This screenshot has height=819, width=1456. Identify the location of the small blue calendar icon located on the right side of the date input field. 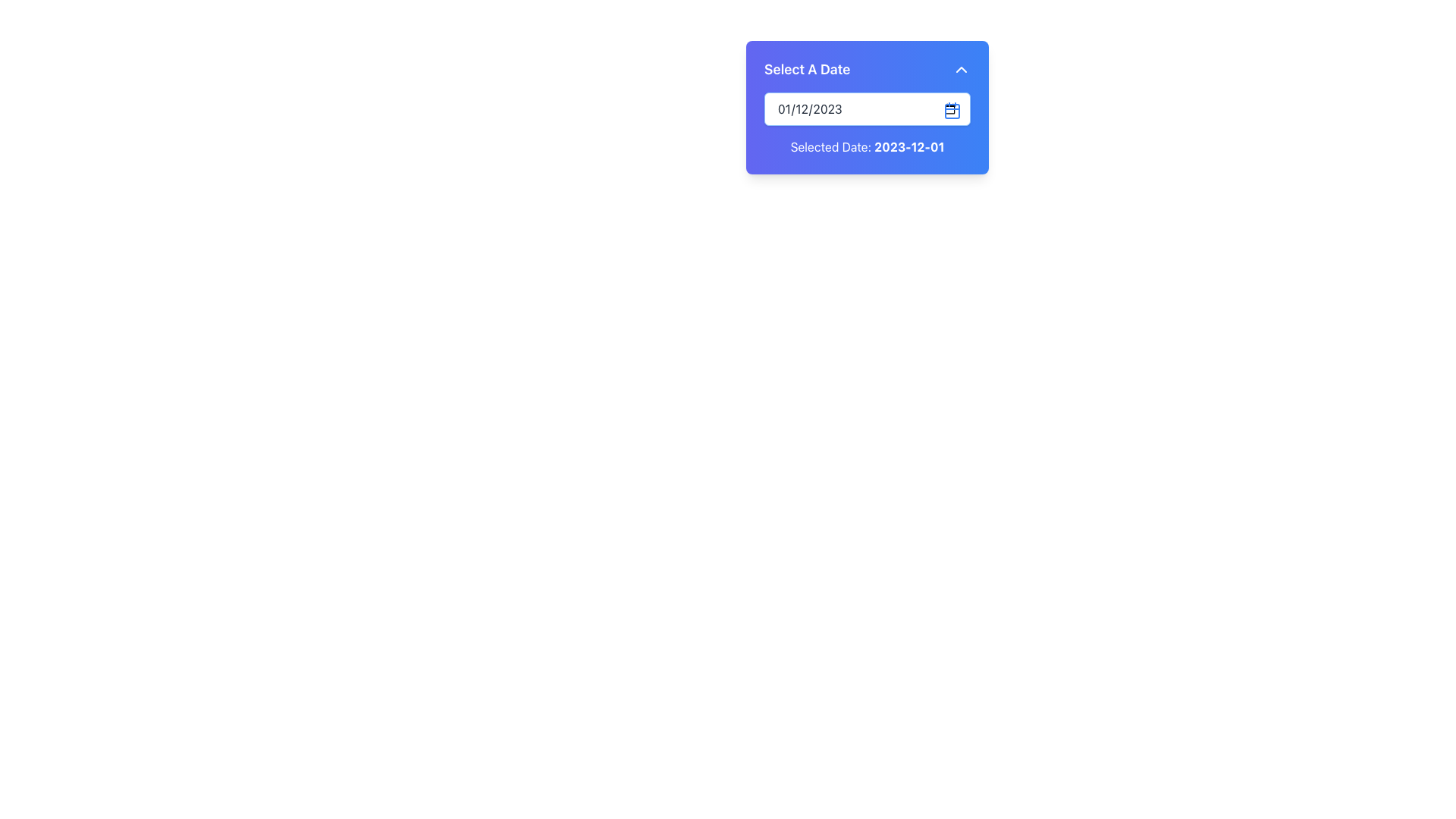
(952, 110).